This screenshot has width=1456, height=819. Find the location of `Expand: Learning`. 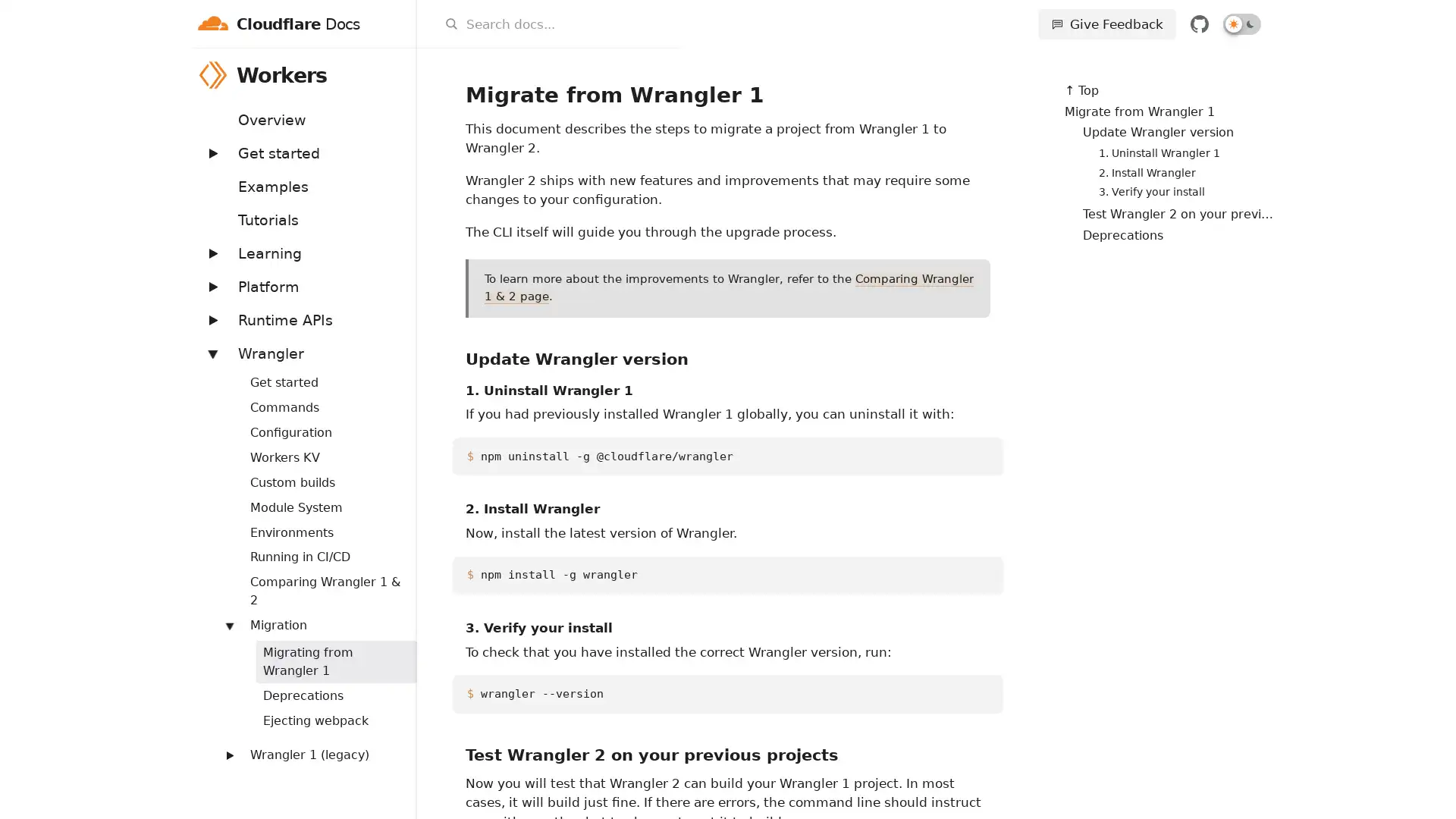

Expand: Learning is located at coordinates (211, 252).